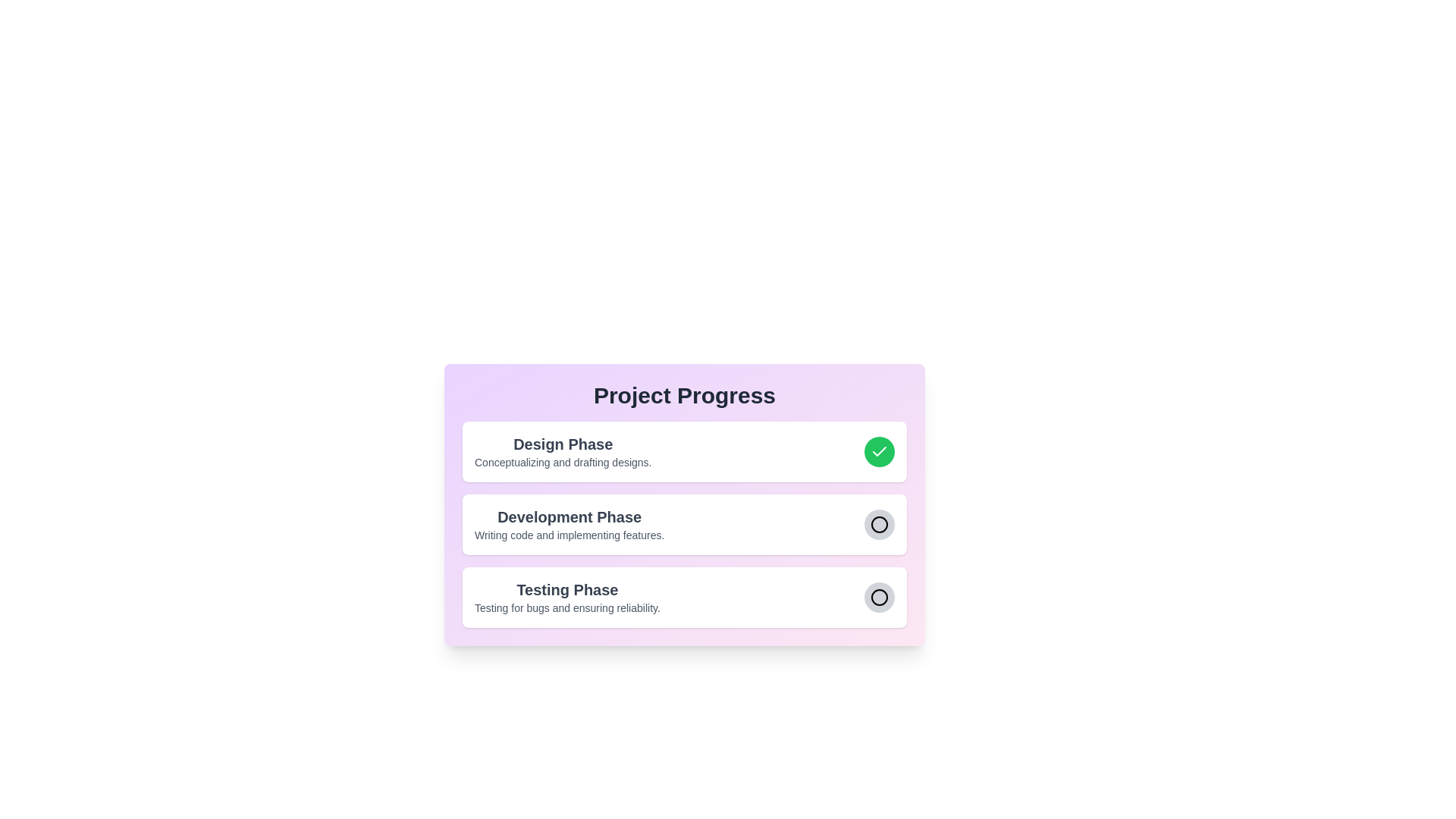 The width and height of the screenshot is (1456, 819). I want to click on the interactive button at the far-right side of the 'Design Phase' progress card, so click(880, 451).